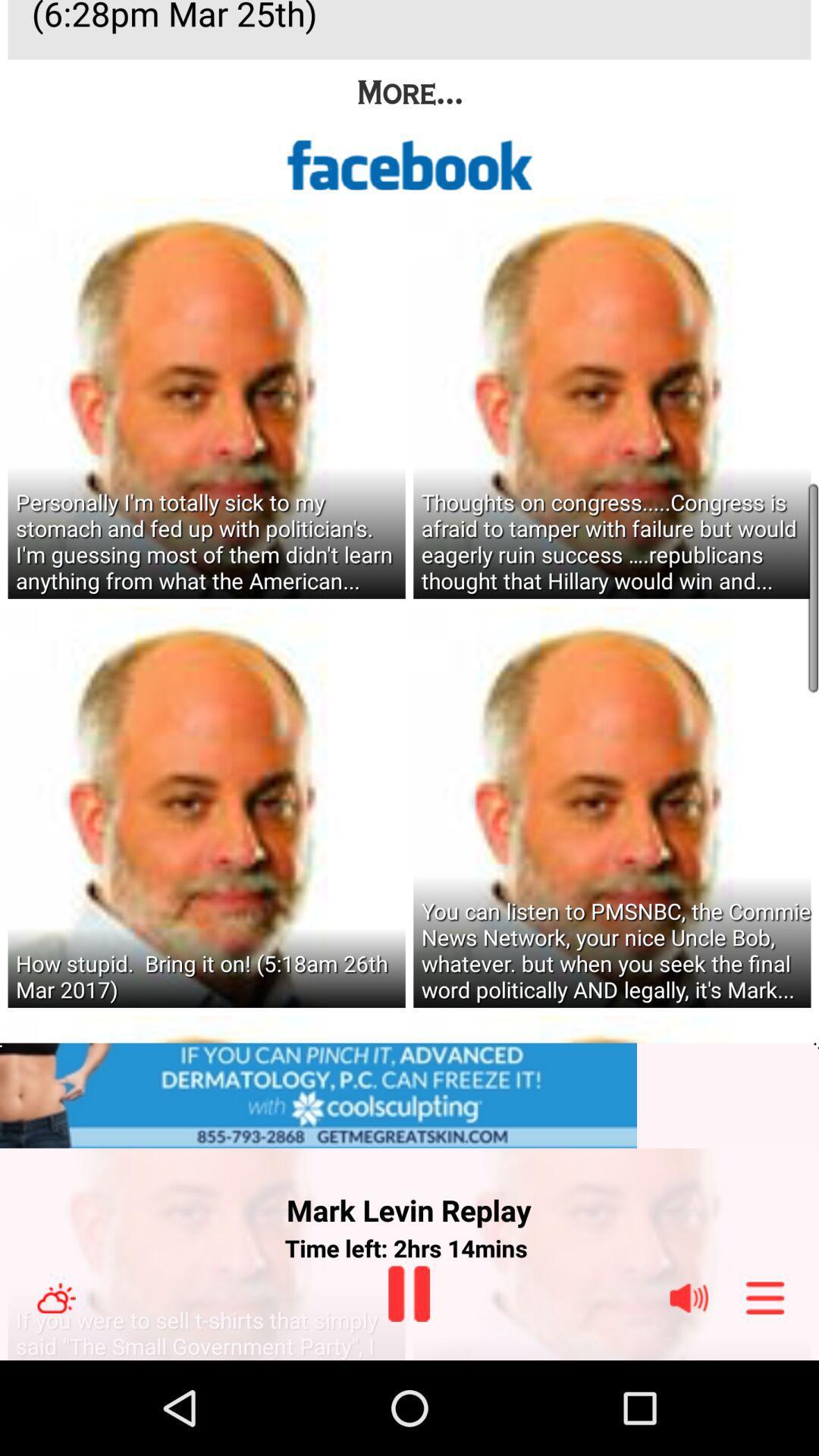  I want to click on the weather icon, so click(55, 1389).